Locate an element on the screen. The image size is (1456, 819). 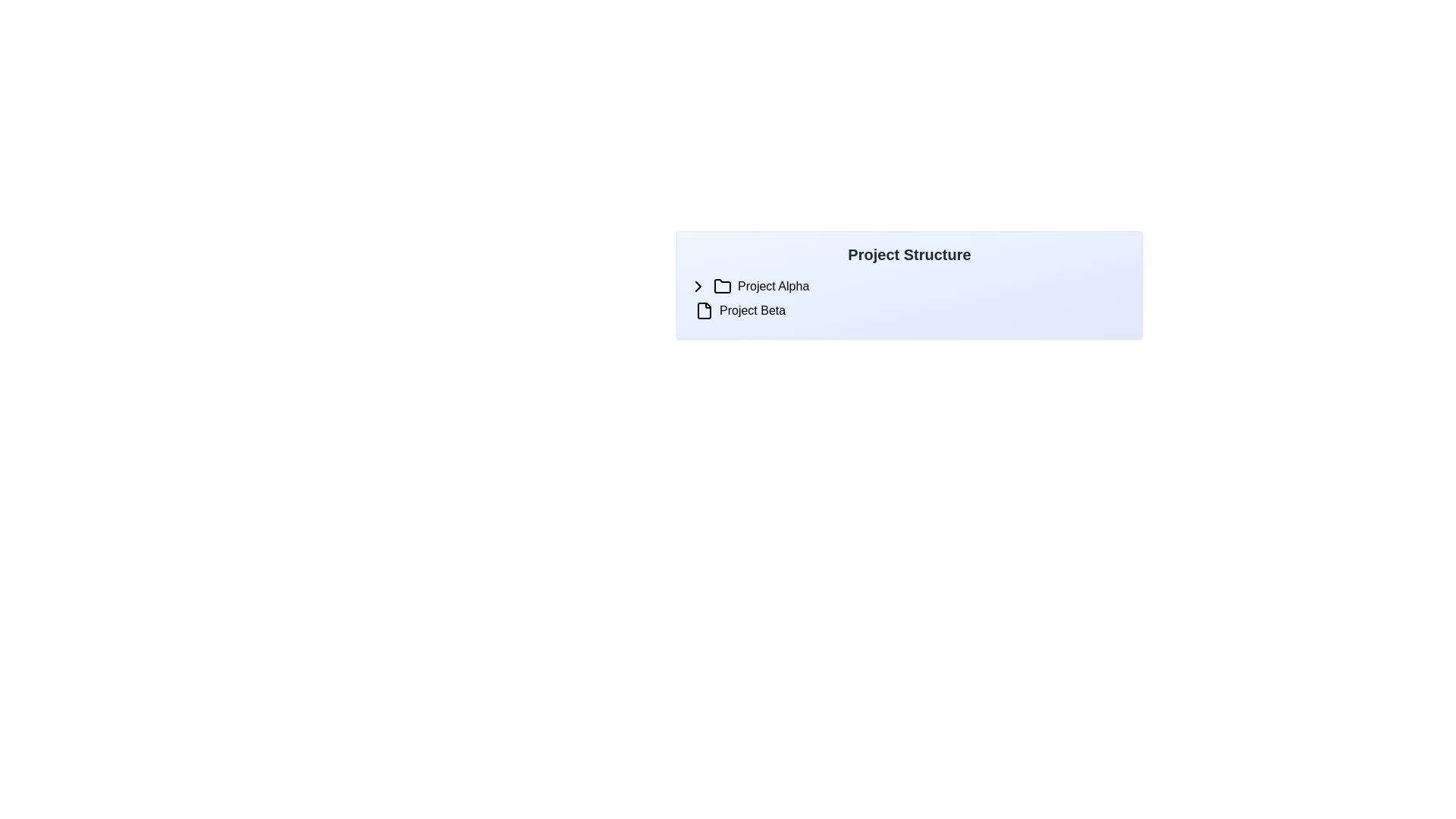
the toggle button is located at coordinates (698, 287).